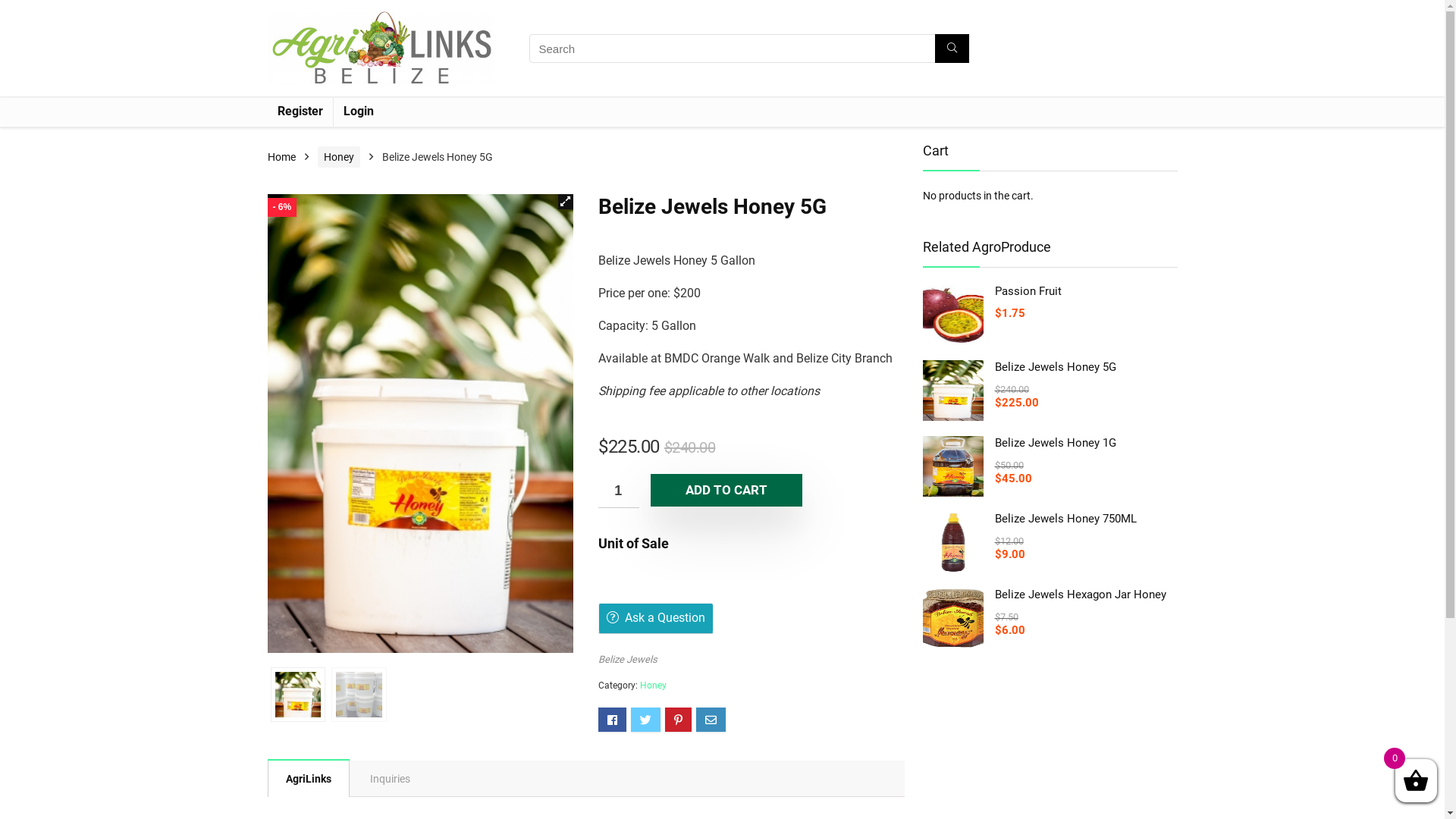 The image size is (1456, 819). What do you see at coordinates (419, 423) in the screenshot?
I see `'5 Gallon'` at bounding box center [419, 423].